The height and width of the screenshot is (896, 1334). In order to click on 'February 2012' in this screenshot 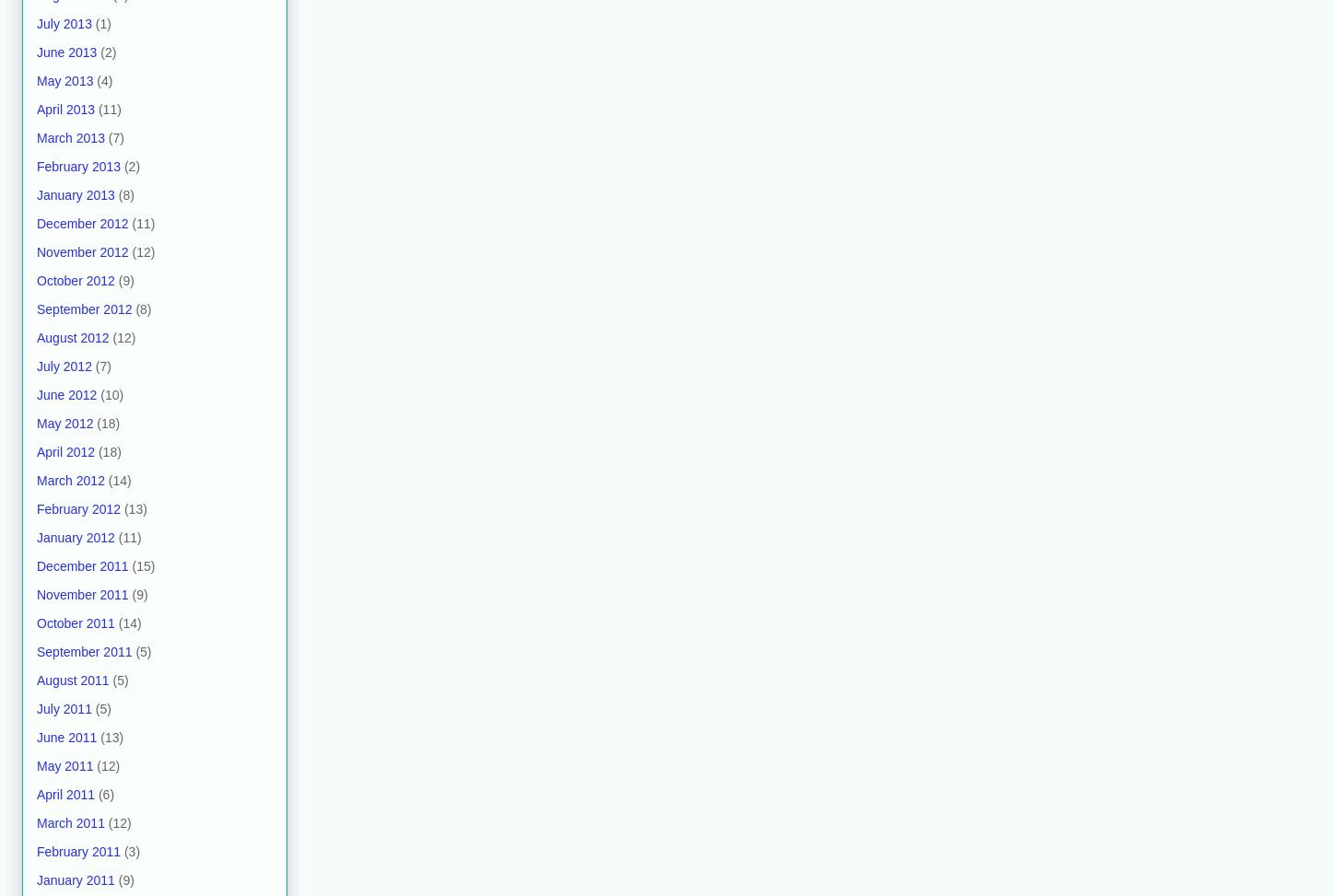, I will do `click(78, 506)`.